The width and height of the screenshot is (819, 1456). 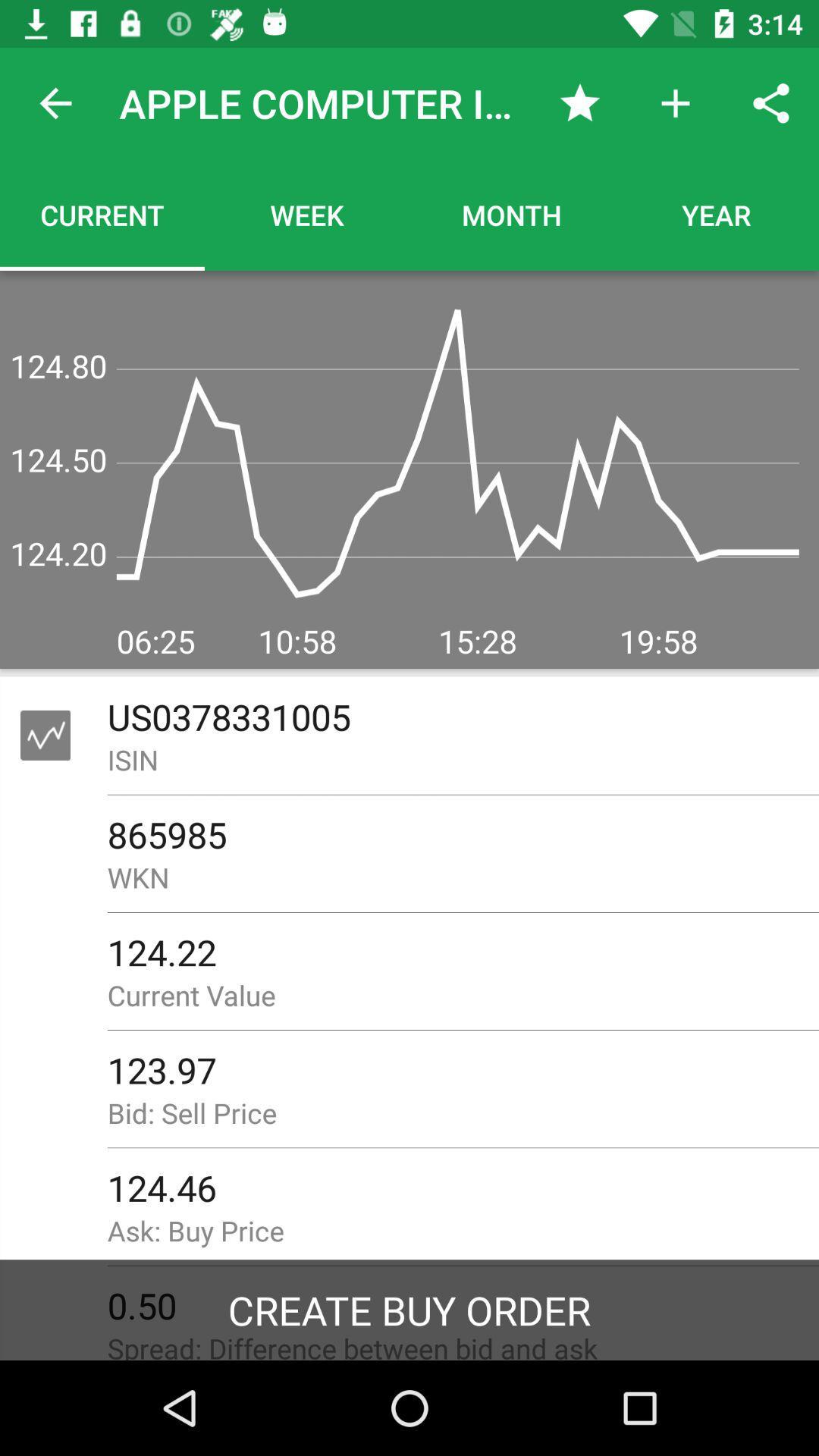 What do you see at coordinates (771, 103) in the screenshot?
I see `the share icon which is on the top right corner` at bounding box center [771, 103].